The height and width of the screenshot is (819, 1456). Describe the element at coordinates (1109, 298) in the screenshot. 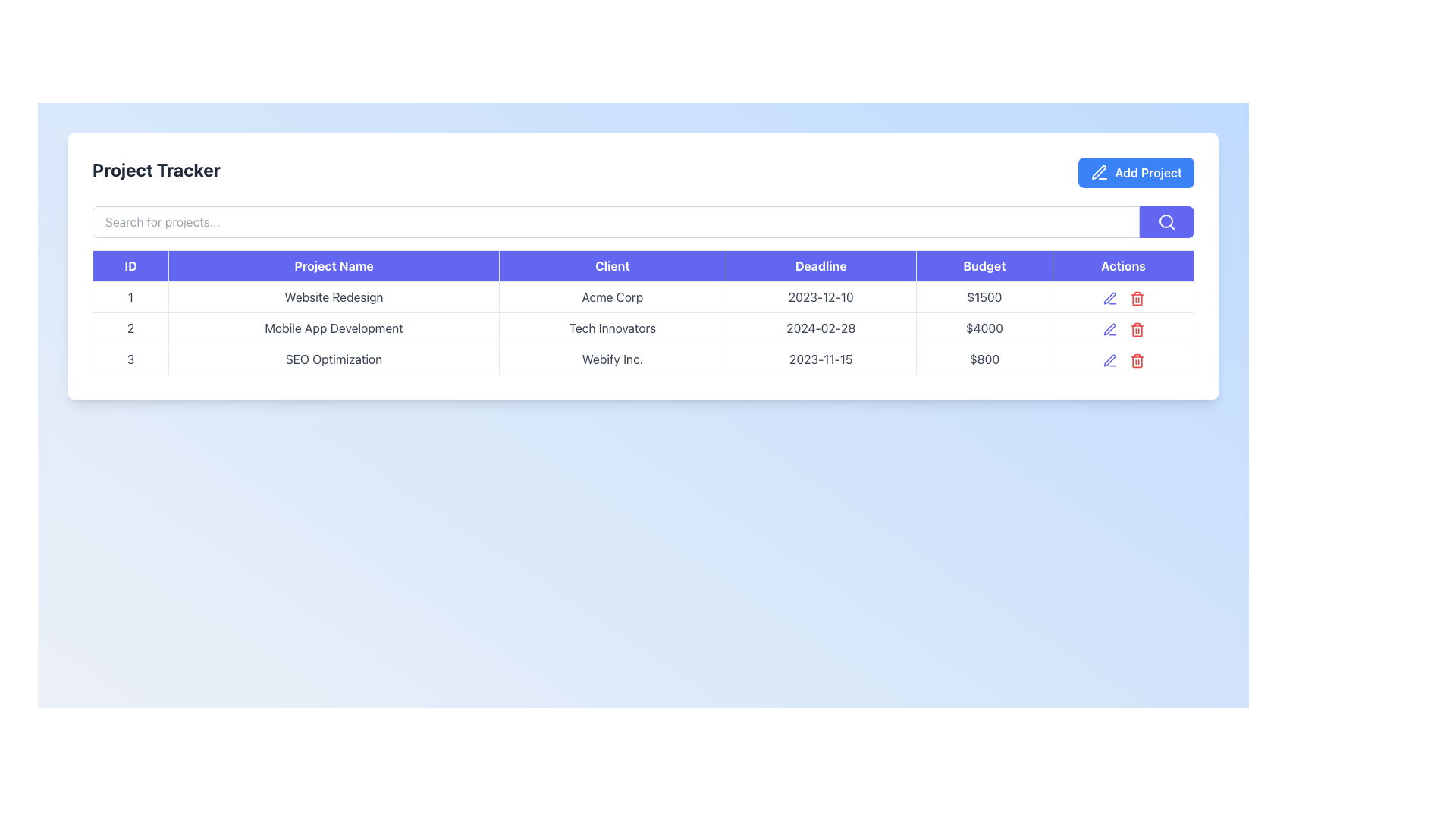

I see `the edit icon button located in the upper-right corner of the interface within the 'Actions' column of the first row in the project tracker table to initiate an edit` at that location.